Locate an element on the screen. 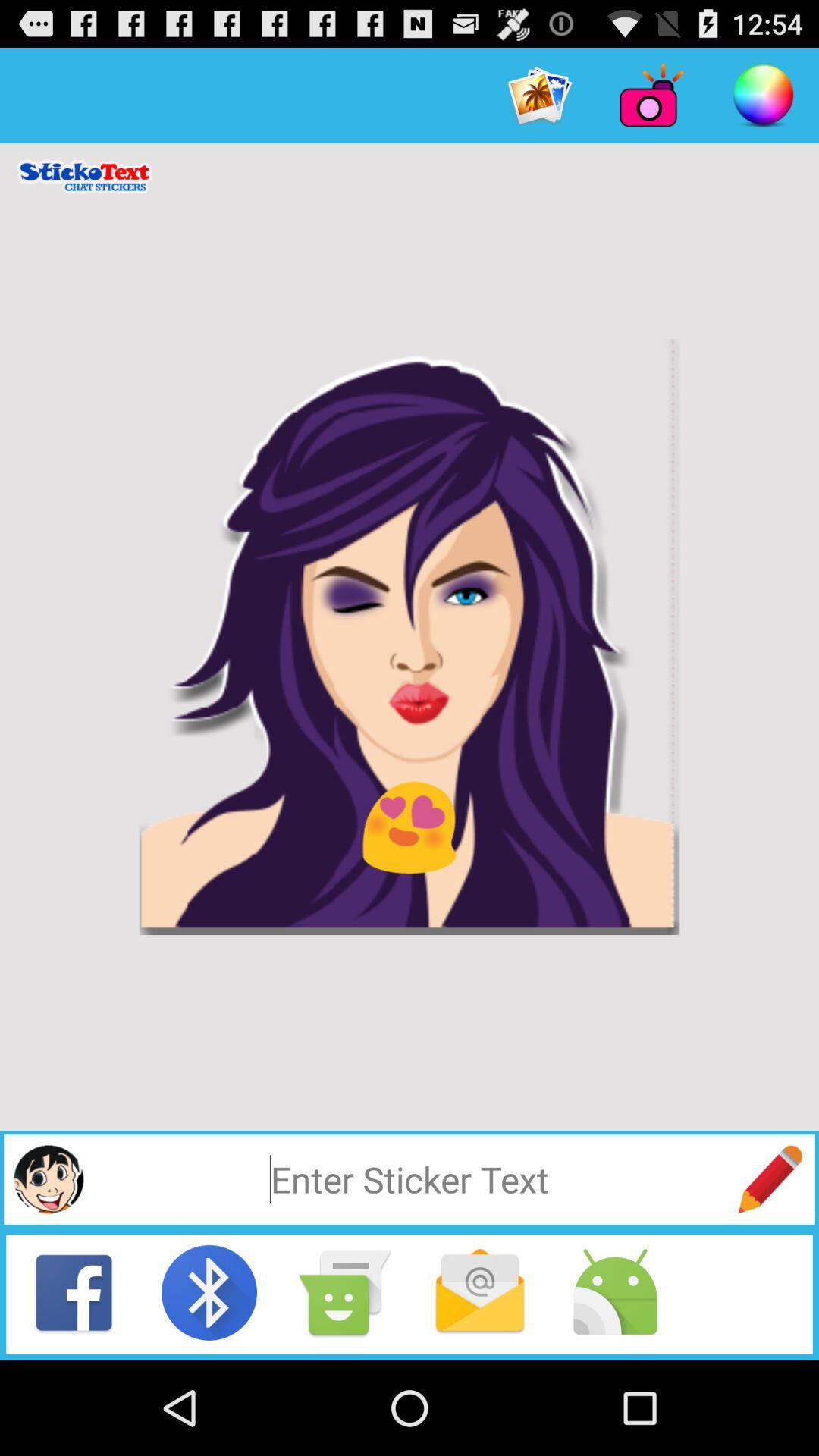 The height and width of the screenshot is (1456, 819). option left to camera at top right is located at coordinates (539, 94).